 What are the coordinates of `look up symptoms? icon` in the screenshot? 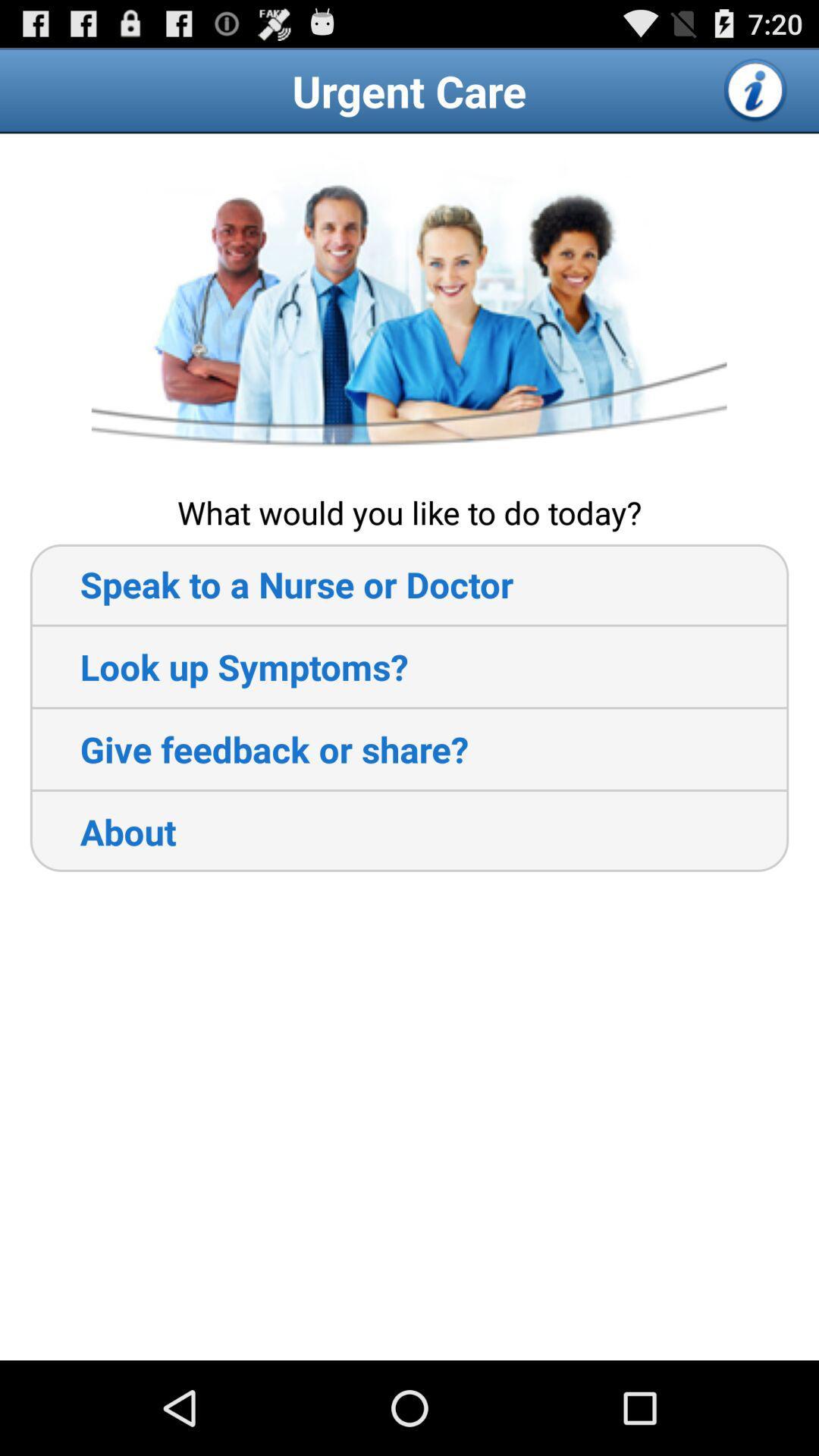 It's located at (219, 667).